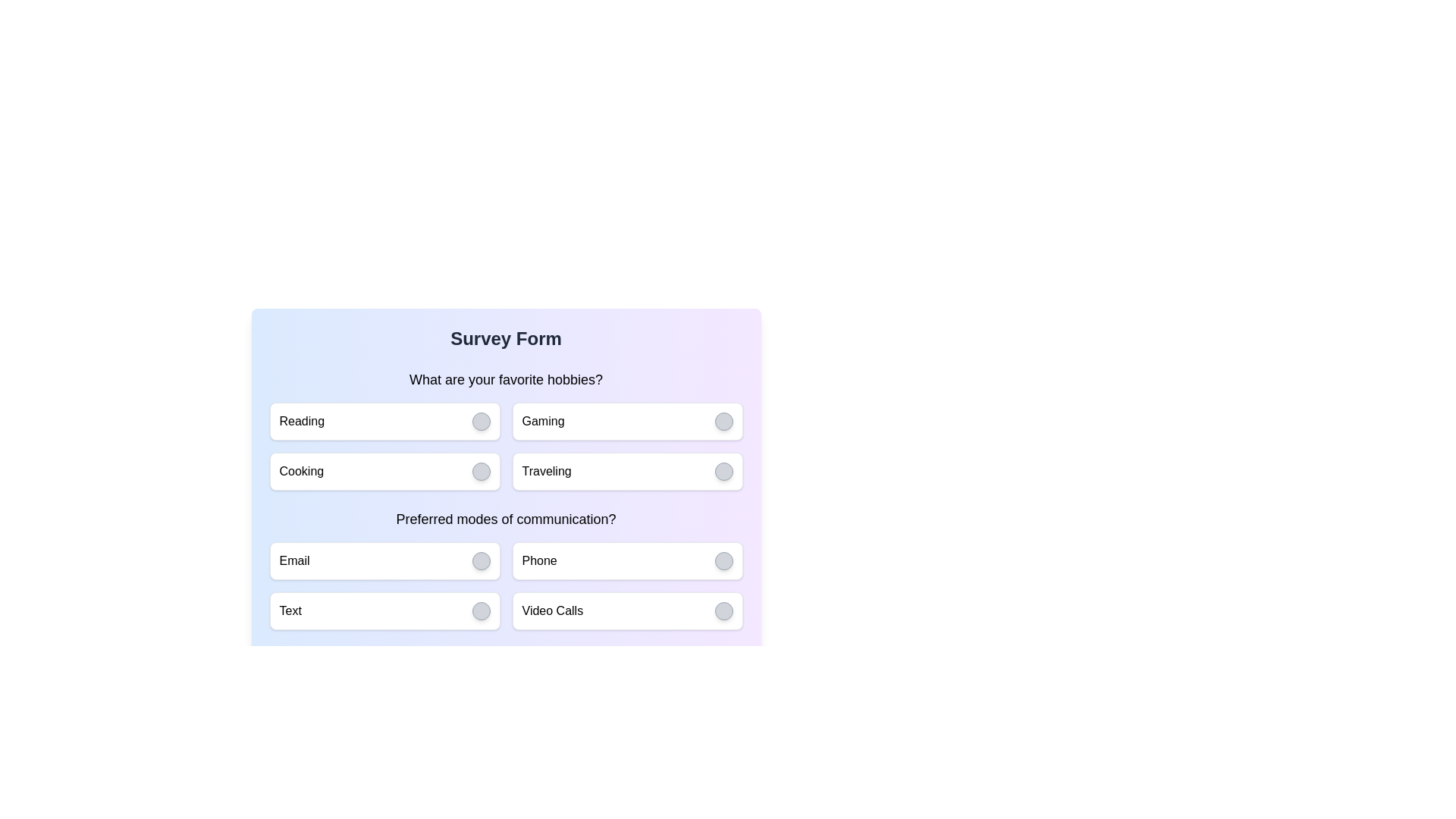  What do you see at coordinates (506, 585) in the screenshot?
I see `the toggle button in the grid layout under the section titled 'Preferred modes of communication?'` at bounding box center [506, 585].